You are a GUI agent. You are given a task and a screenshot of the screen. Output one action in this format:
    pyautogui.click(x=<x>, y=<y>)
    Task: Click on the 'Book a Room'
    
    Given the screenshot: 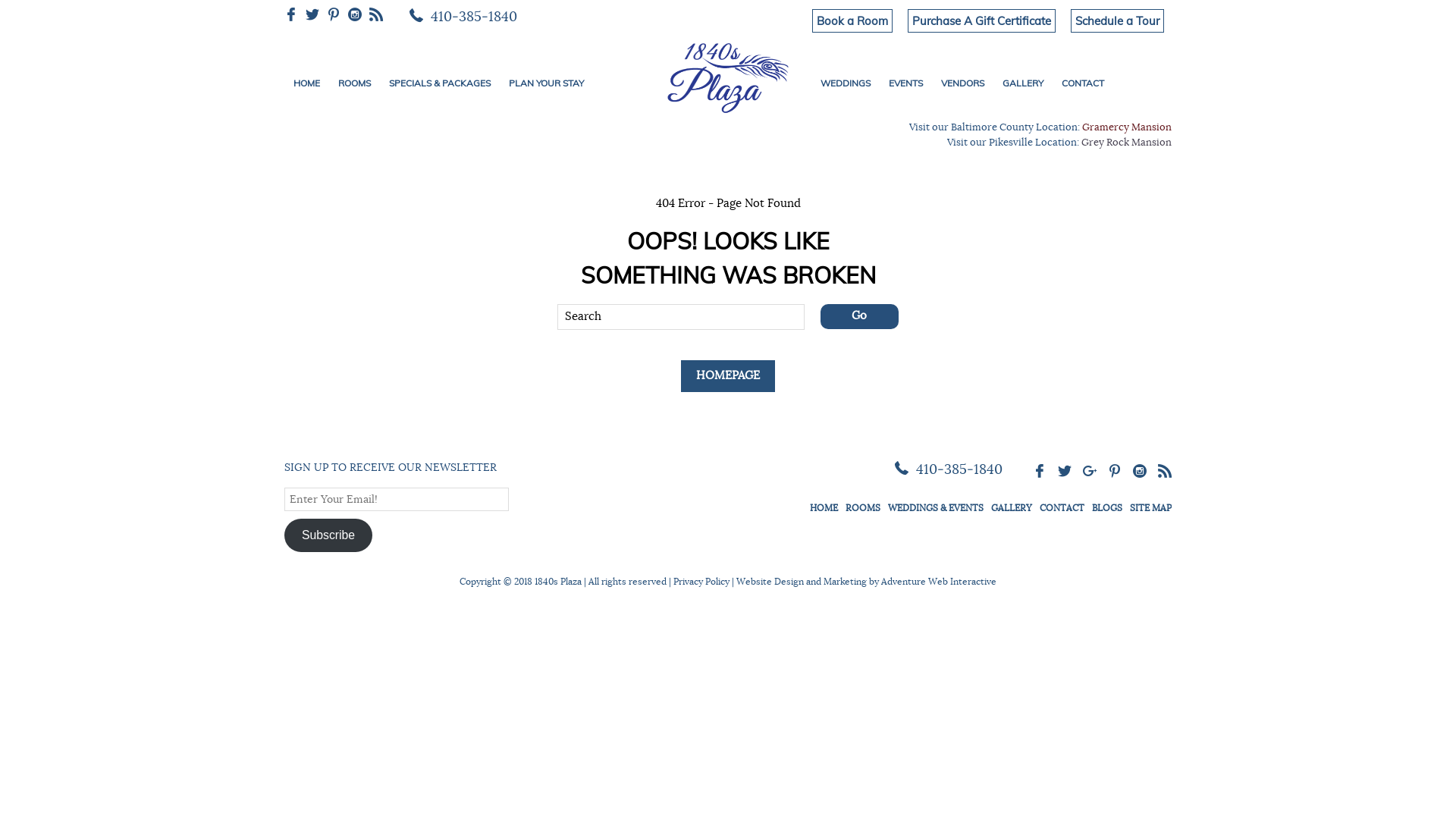 What is the action you would take?
    pyautogui.click(x=852, y=20)
    